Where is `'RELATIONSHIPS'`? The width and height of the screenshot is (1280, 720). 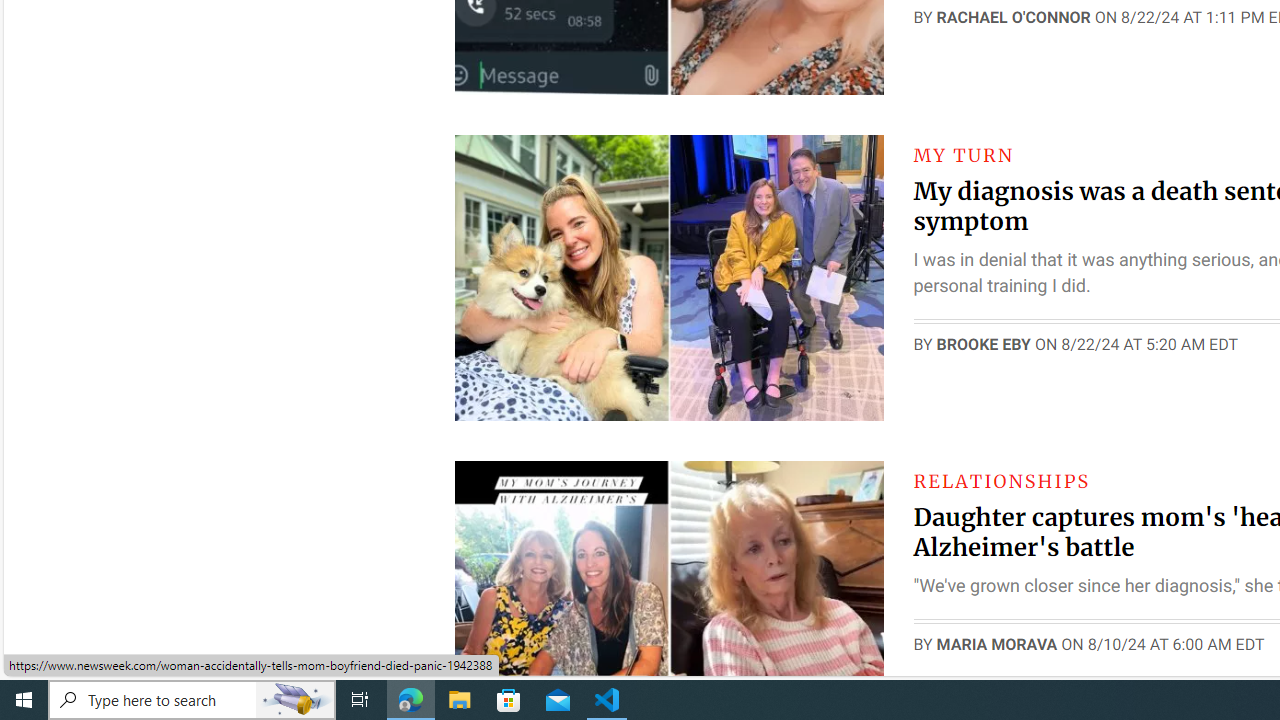
'RELATIONSHIPS' is located at coordinates (1001, 480).